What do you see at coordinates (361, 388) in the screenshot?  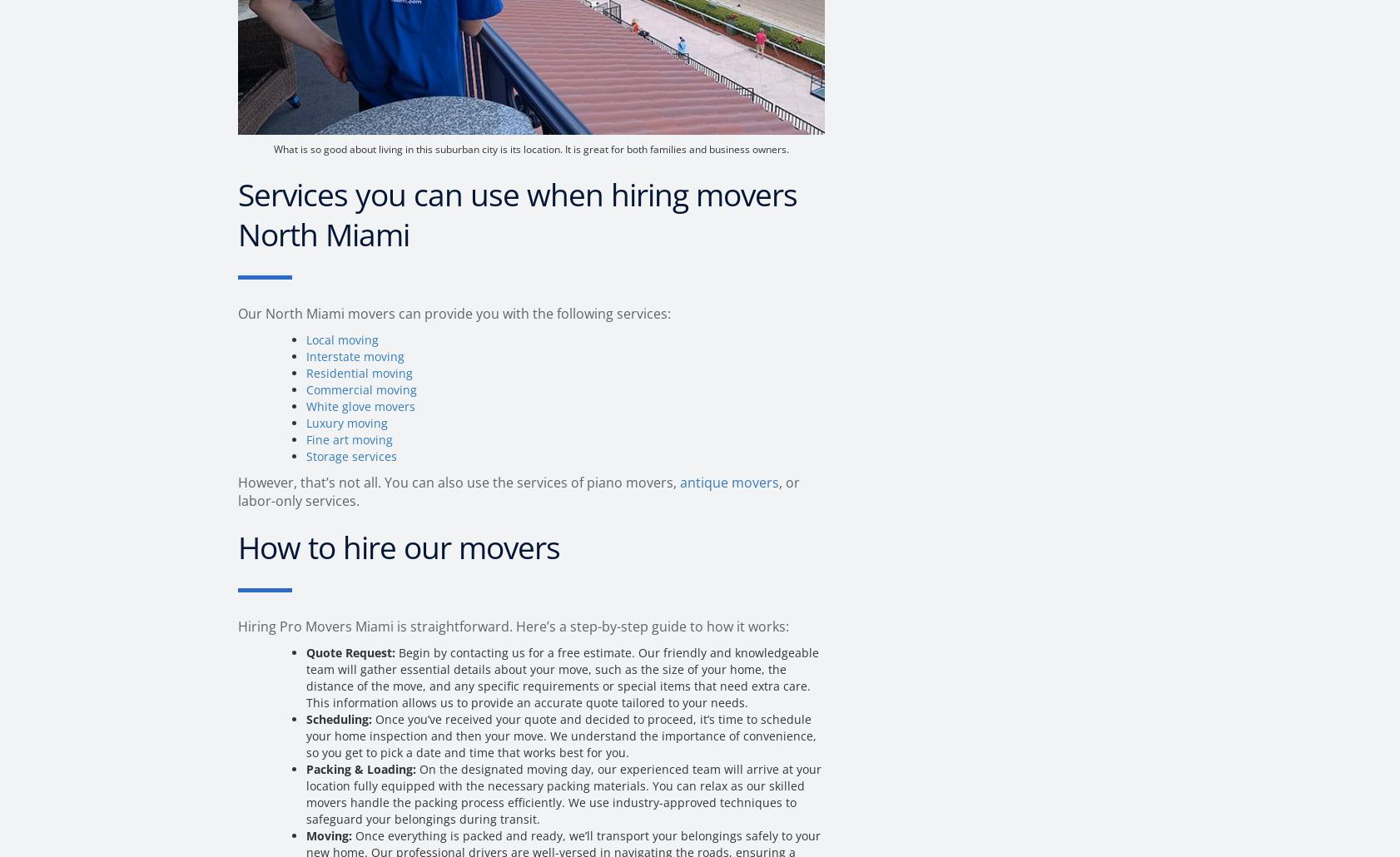 I see `'Commercial moving'` at bounding box center [361, 388].